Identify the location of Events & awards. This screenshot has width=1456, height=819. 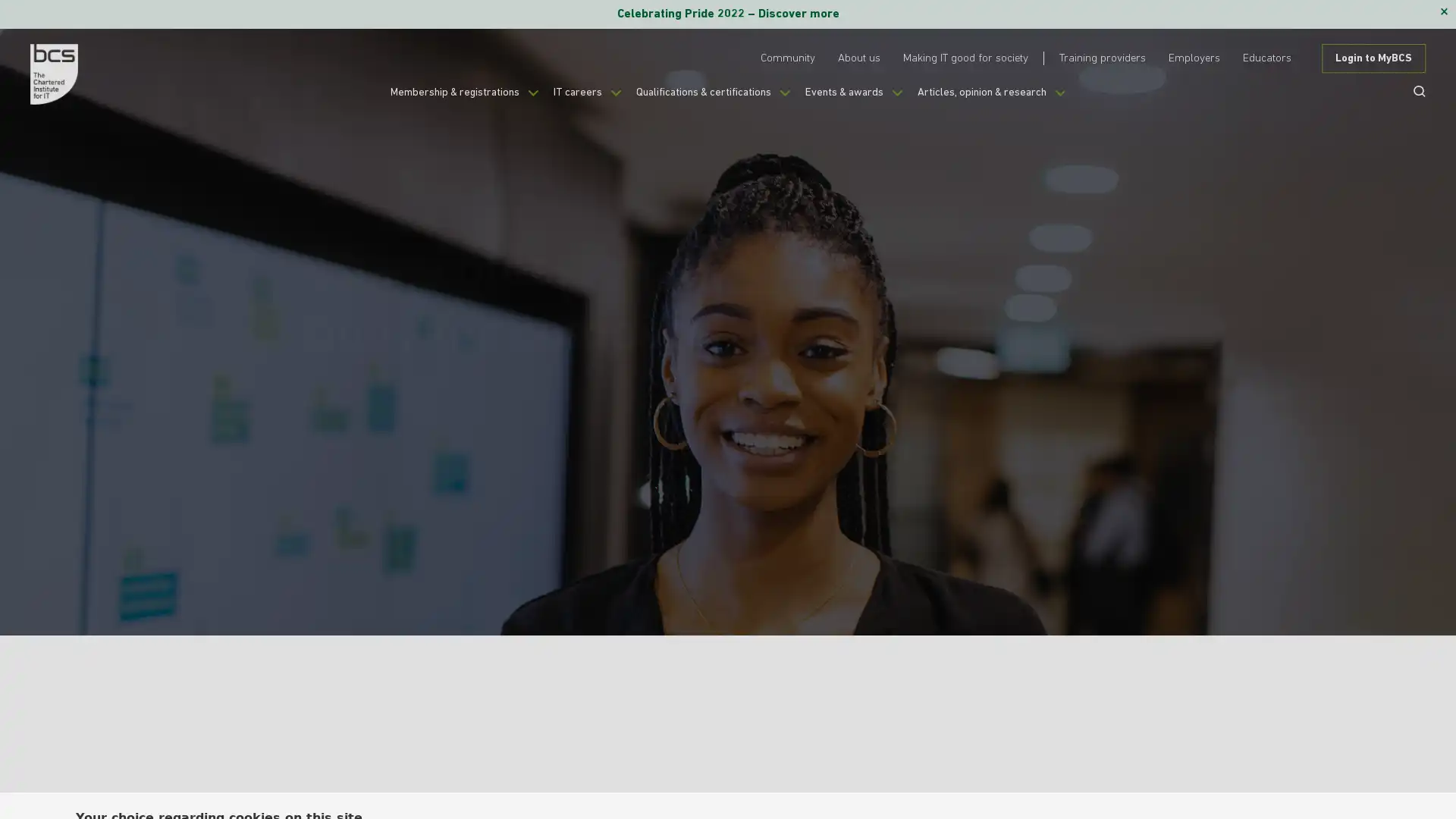
(867, 100).